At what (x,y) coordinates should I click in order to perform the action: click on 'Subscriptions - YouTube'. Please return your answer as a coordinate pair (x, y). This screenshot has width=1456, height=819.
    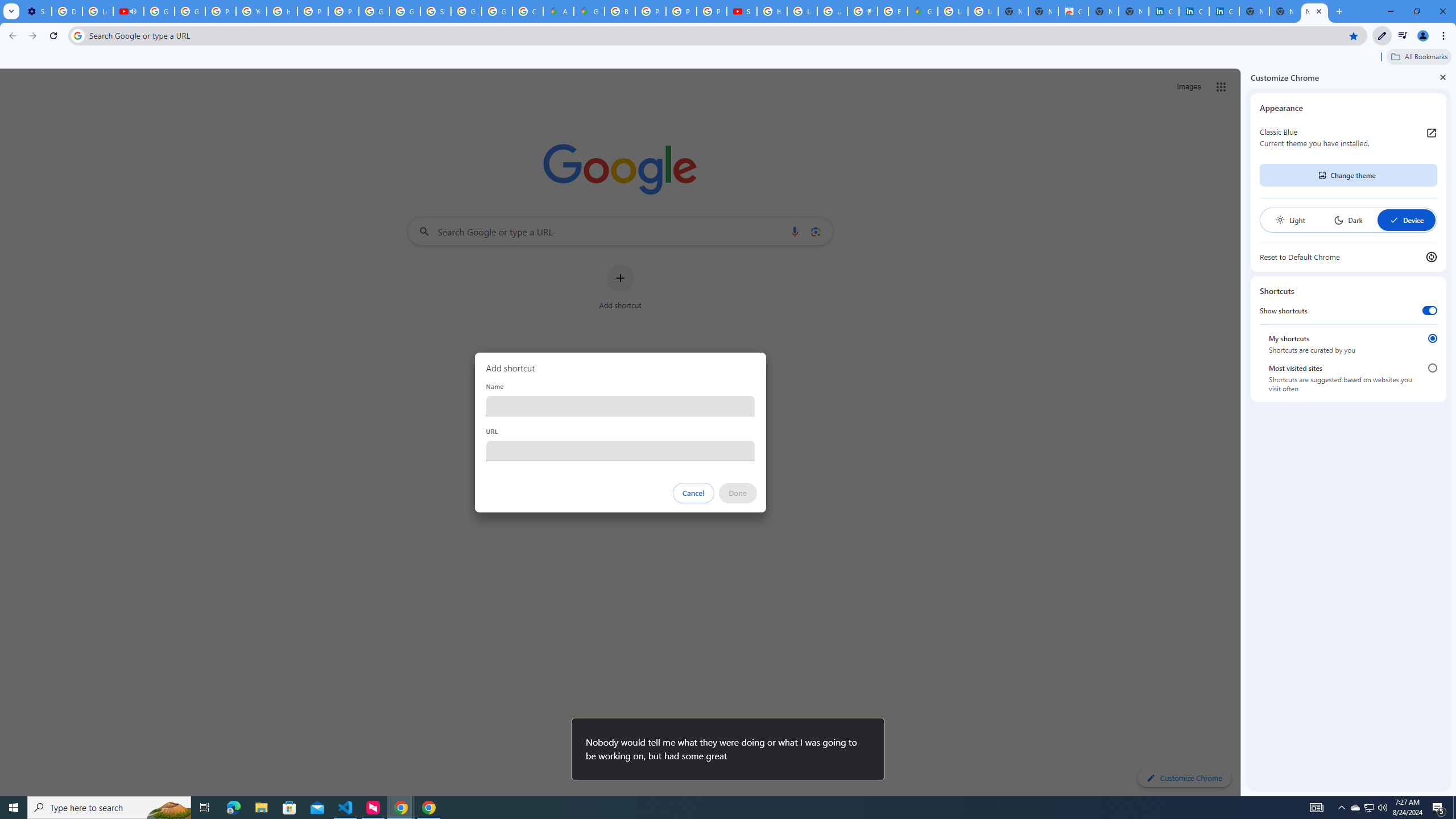
    Looking at the image, I should click on (742, 11).